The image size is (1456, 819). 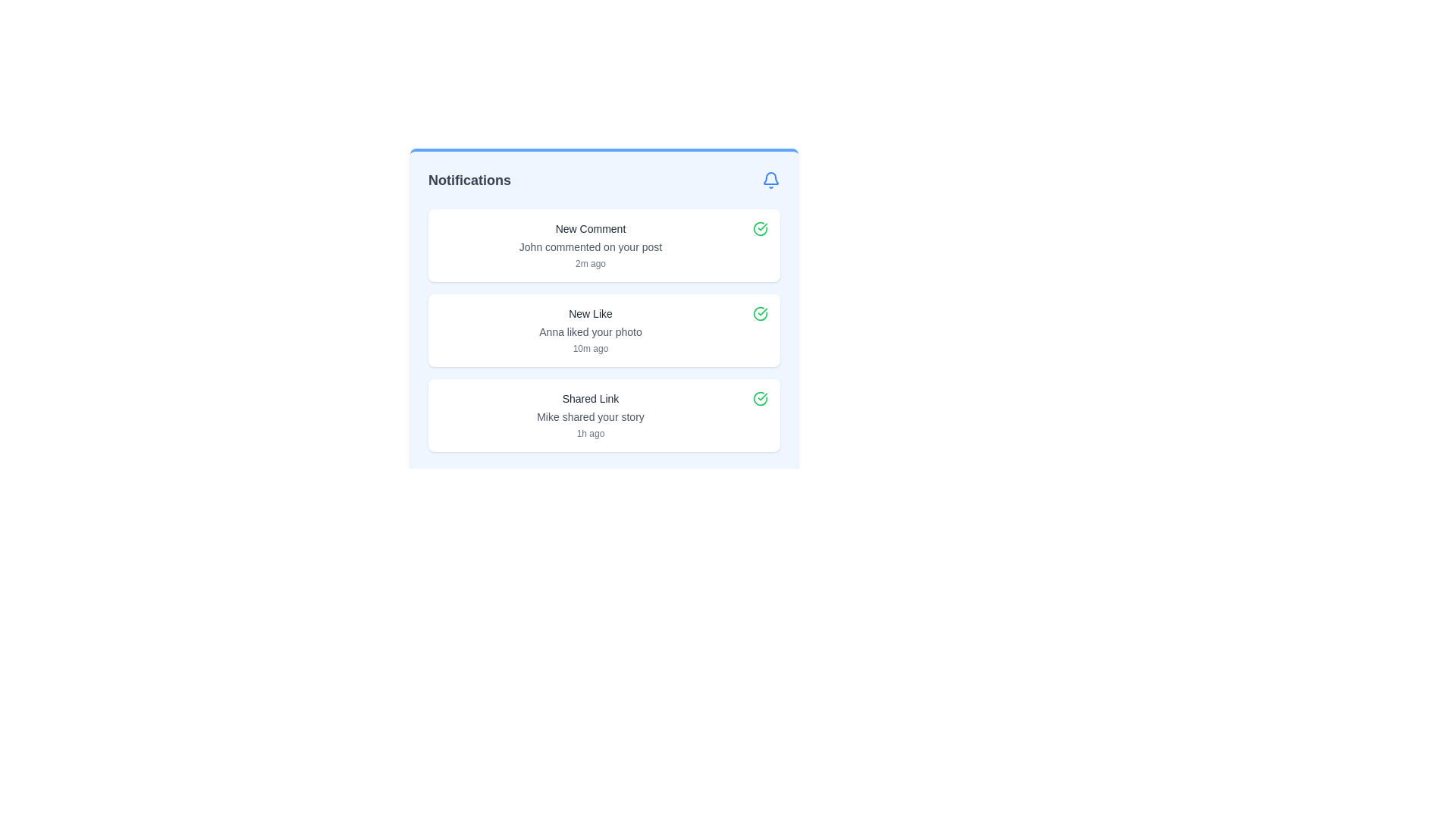 What do you see at coordinates (603, 415) in the screenshot?
I see `the third notification item with the text 'Shared Link Mike shared your story 1h ago'` at bounding box center [603, 415].